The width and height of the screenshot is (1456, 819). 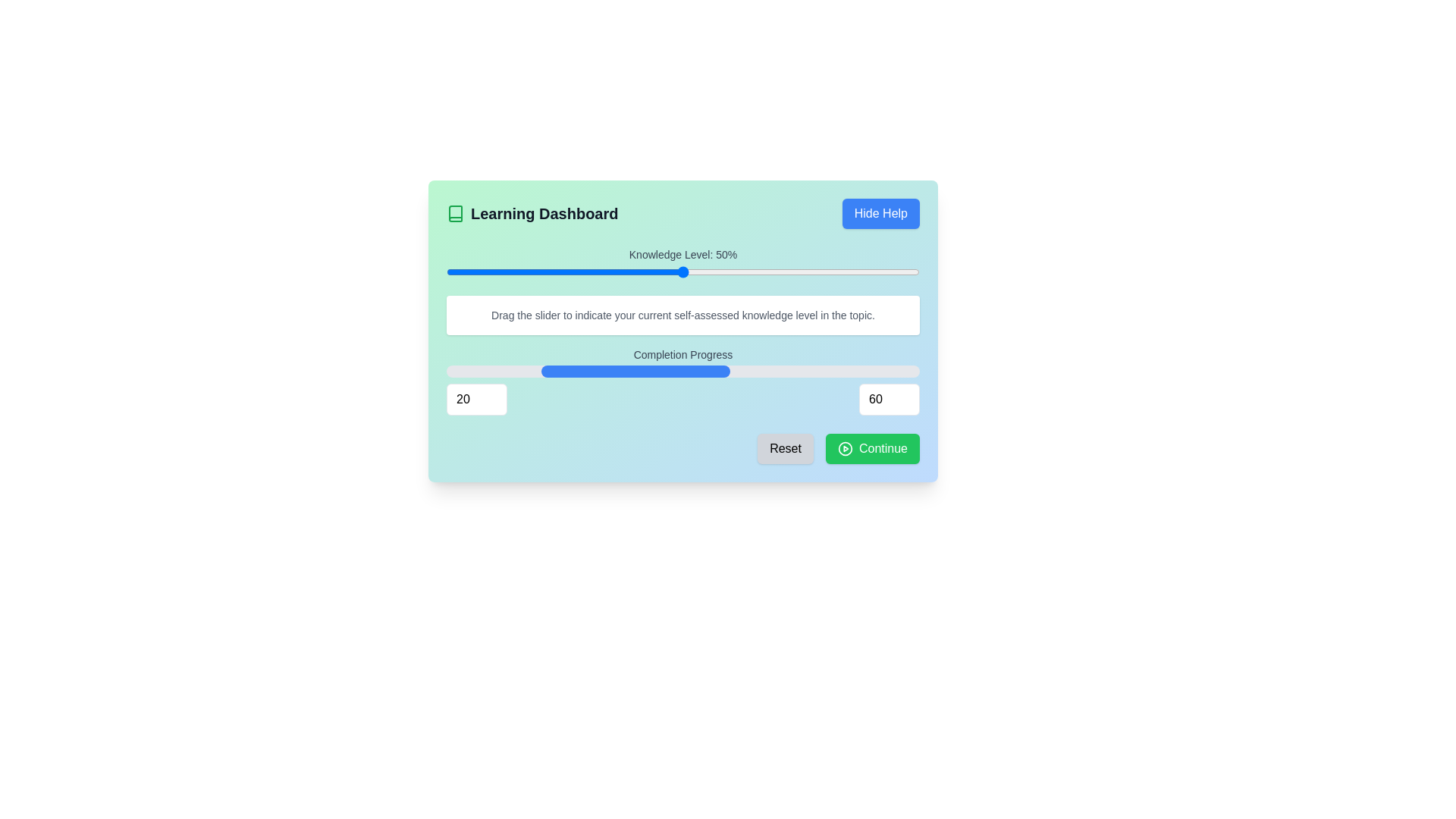 I want to click on the static label 'Learning Dashboard' which includes an icon and serves as a title for this section of the interface, so click(x=532, y=213).